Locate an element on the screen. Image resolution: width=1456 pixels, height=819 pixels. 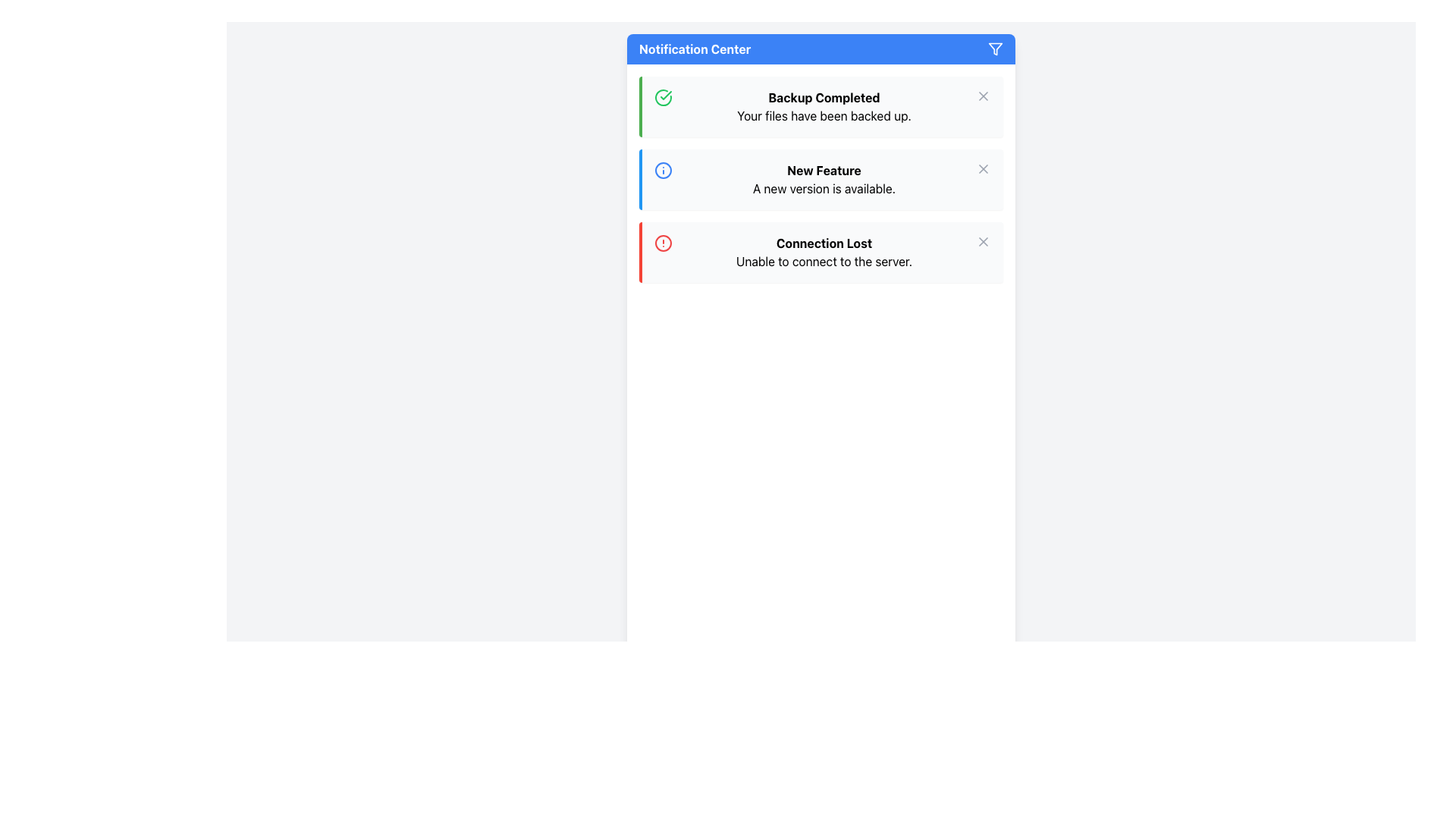
the error message displayed in the third notification card of the notification center panel, which informs the user about a connection issue is located at coordinates (823, 251).